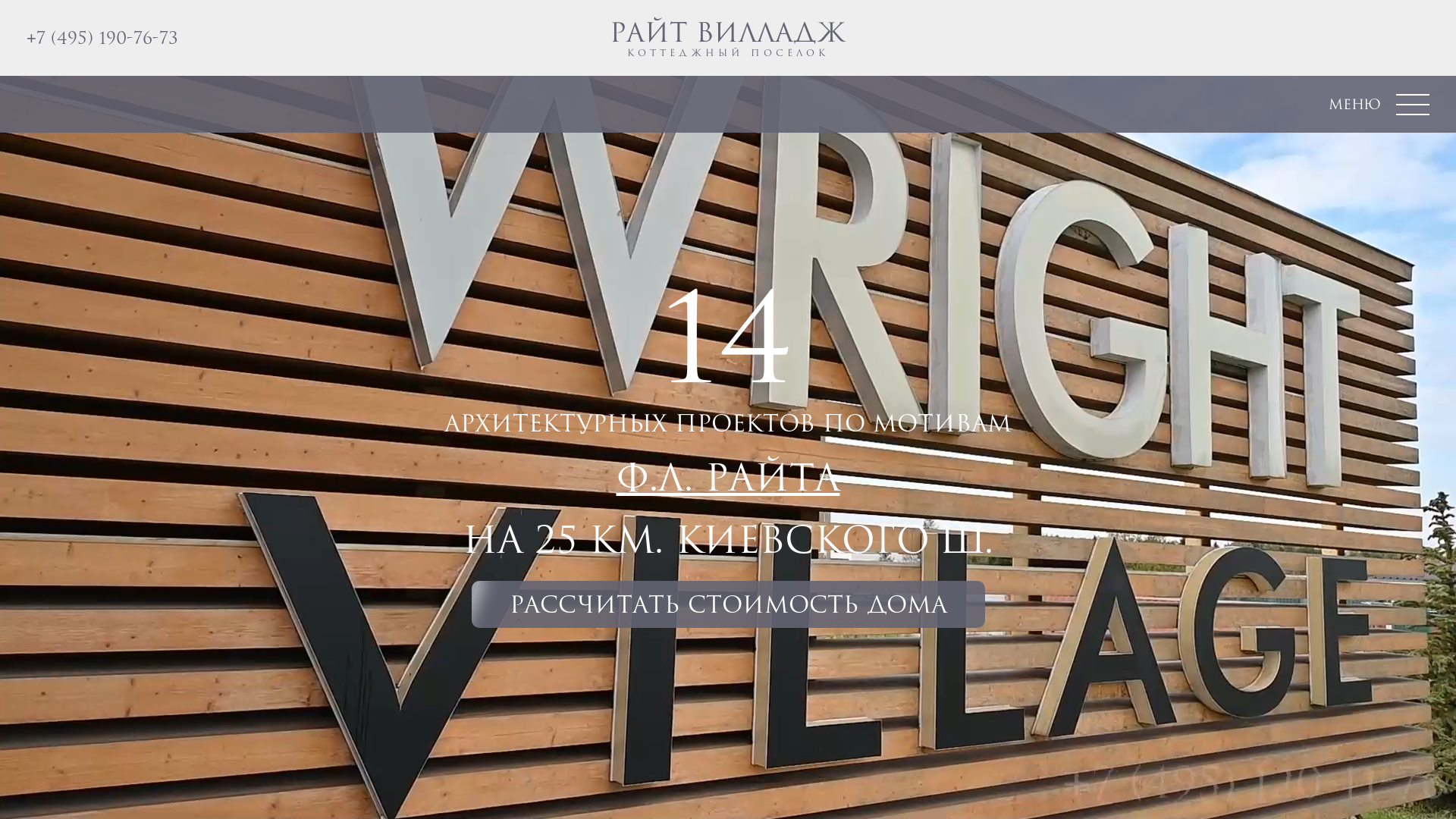  Describe the element at coordinates (101, 36) in the screenshot. I see `'+7 (495) 190-76-73'` at that location.